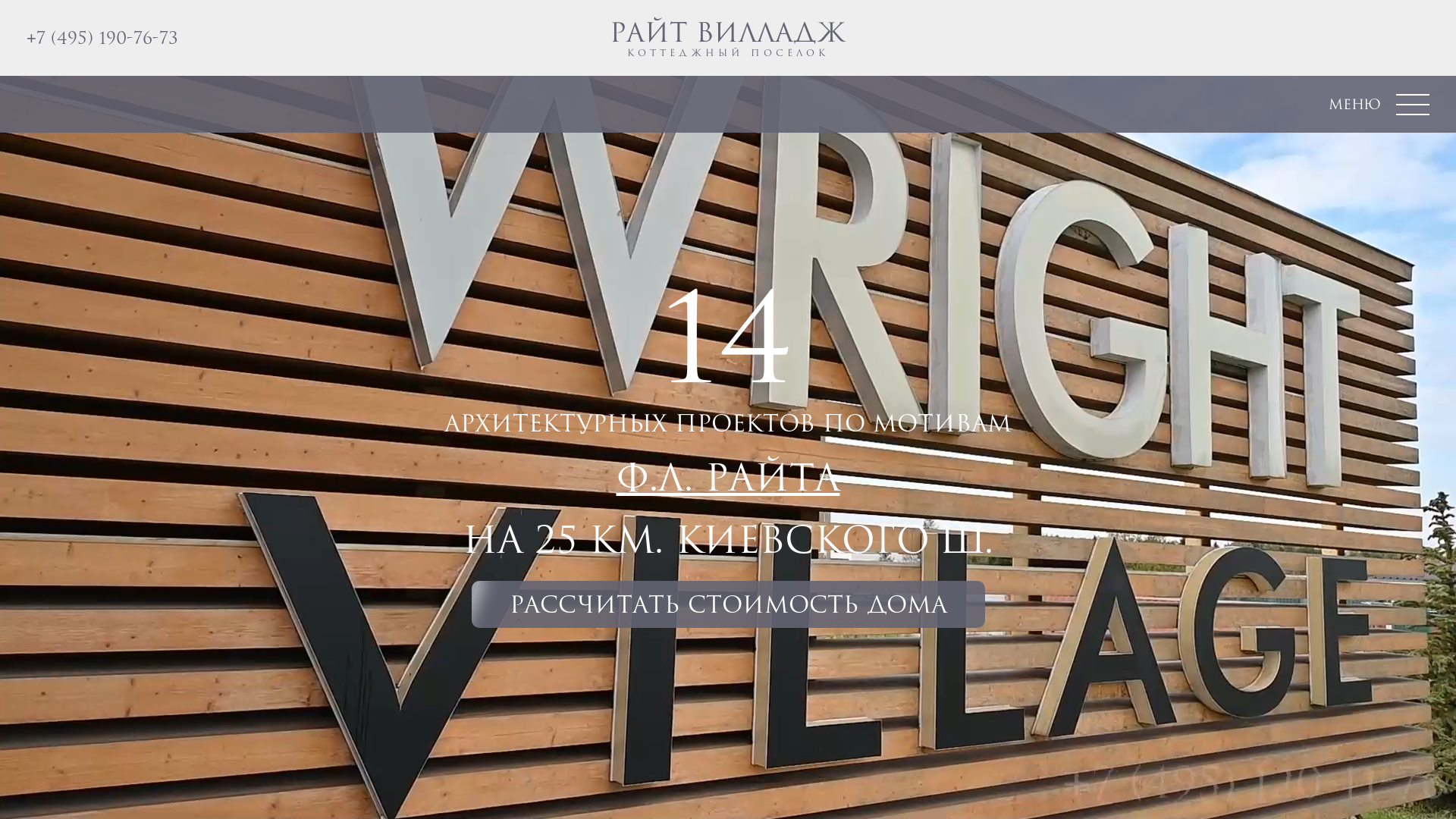  Describe the element at coordinates (101, 36) in the screenshot. I see `'+7 (495) 190-76-73'` at that location.